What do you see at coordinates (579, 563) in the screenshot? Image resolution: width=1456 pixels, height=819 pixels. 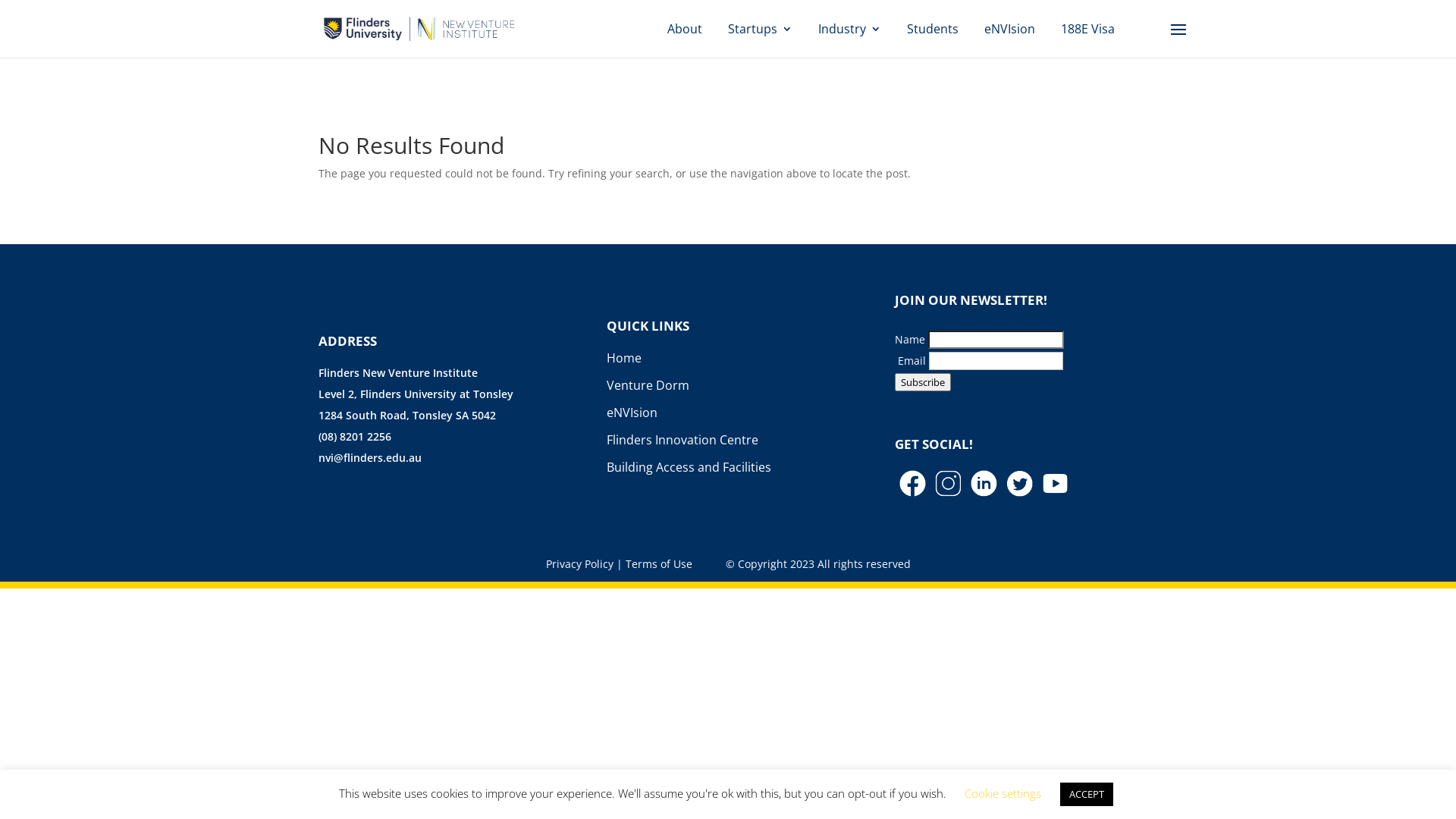 I see `'Privacy Policy'` at bounding box center [579, 563].